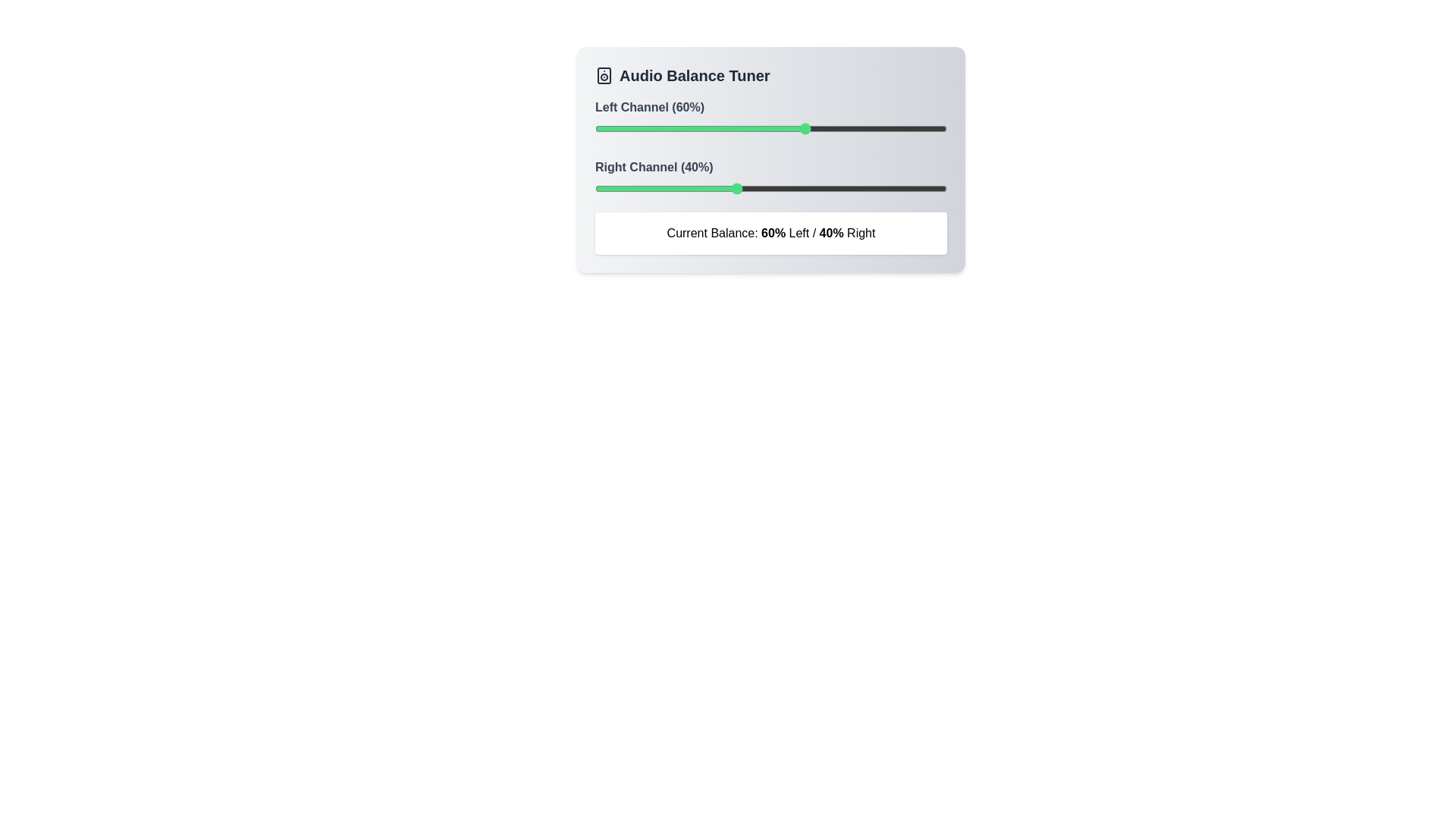  What do you see at coordinates (943, 188) in the screenshot?
I see `the right channel balance to 99% using the slider` at bounding box center [943, 188].